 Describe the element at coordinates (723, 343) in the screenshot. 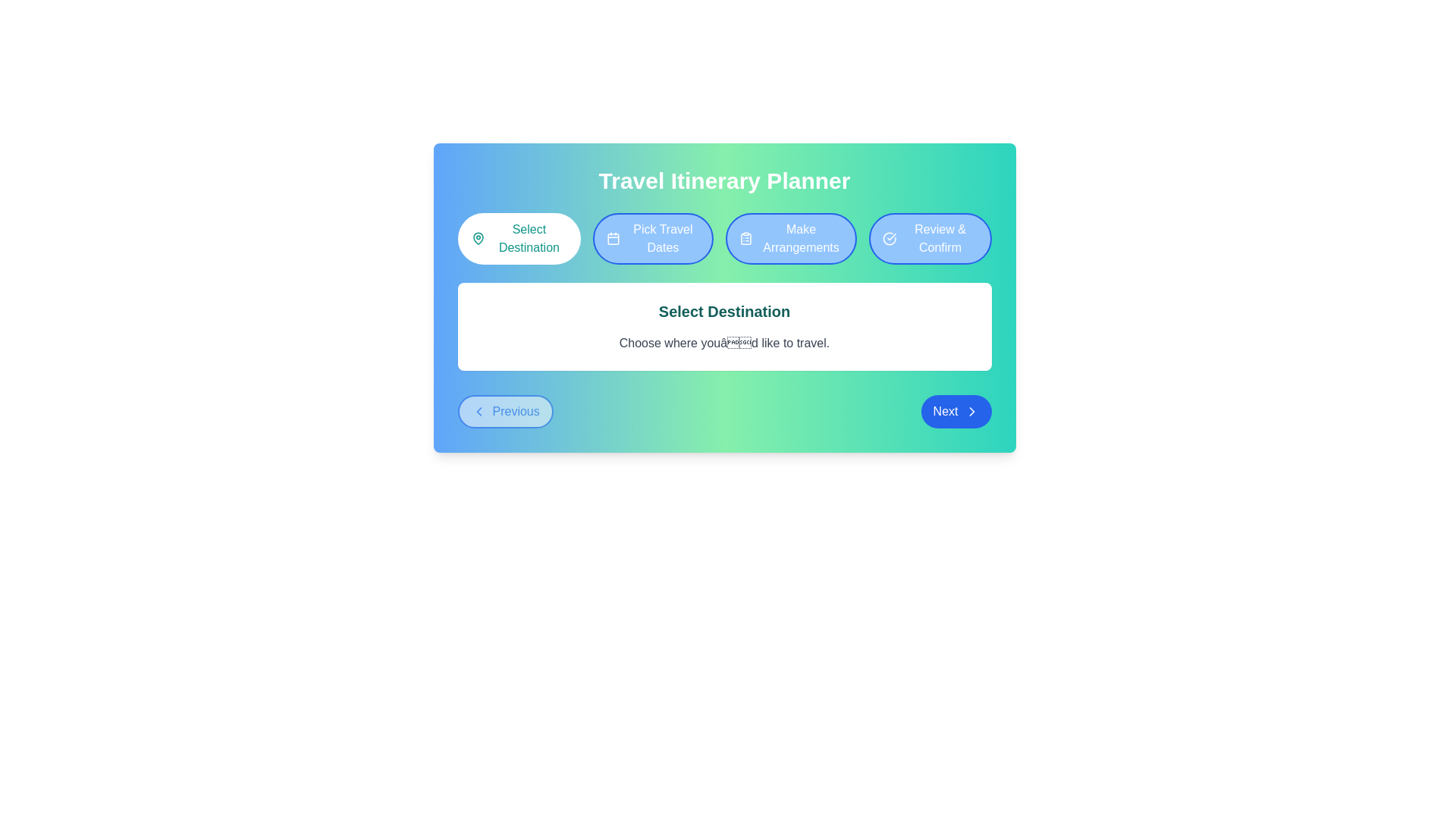

I see `the Text Label that provides guidance for the task described by the heading 'Select Destination'` at that location.